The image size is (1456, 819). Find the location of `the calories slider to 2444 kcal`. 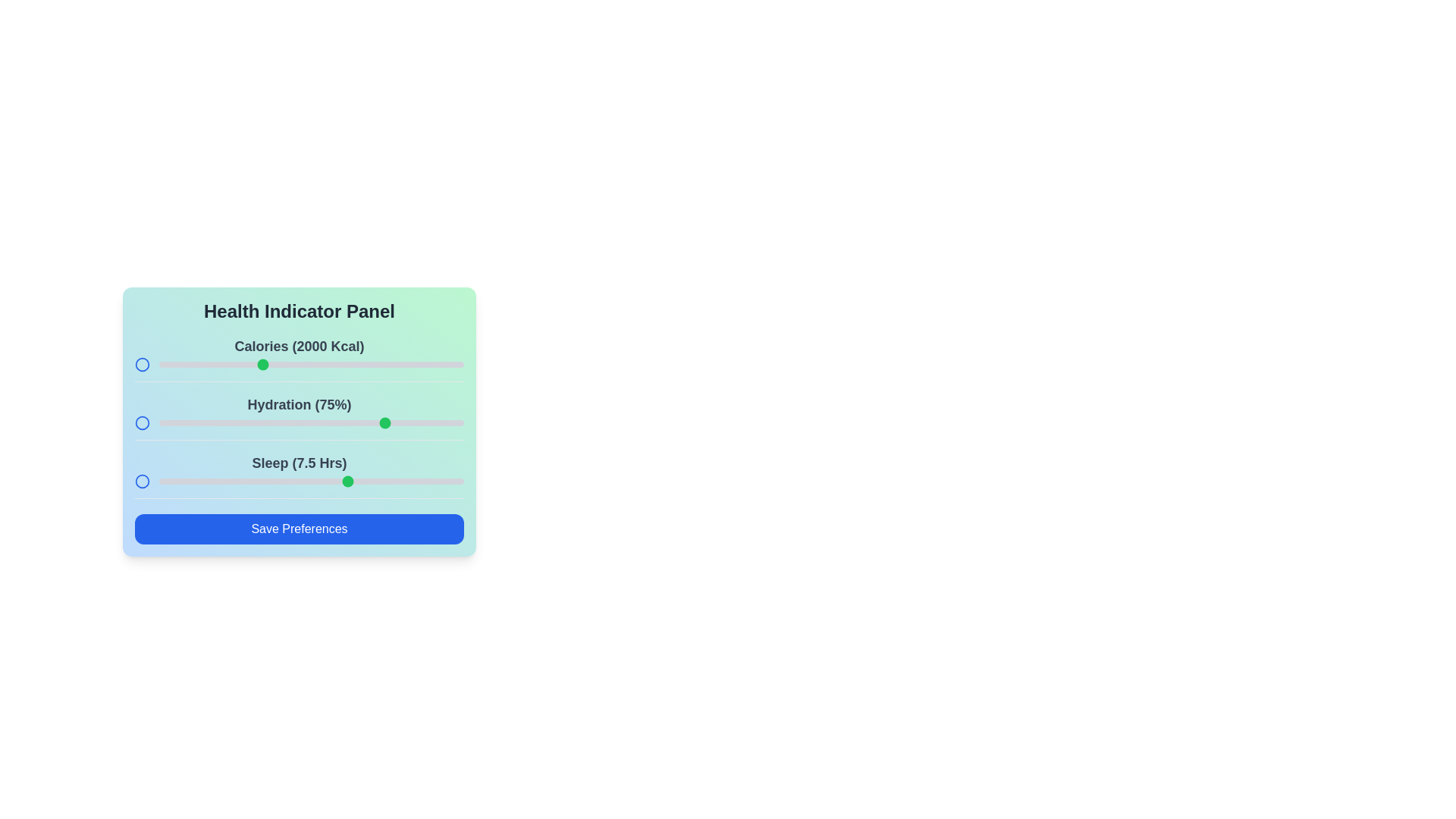

the calories slider to 2444 kcal is located at coordinates (350, 365).